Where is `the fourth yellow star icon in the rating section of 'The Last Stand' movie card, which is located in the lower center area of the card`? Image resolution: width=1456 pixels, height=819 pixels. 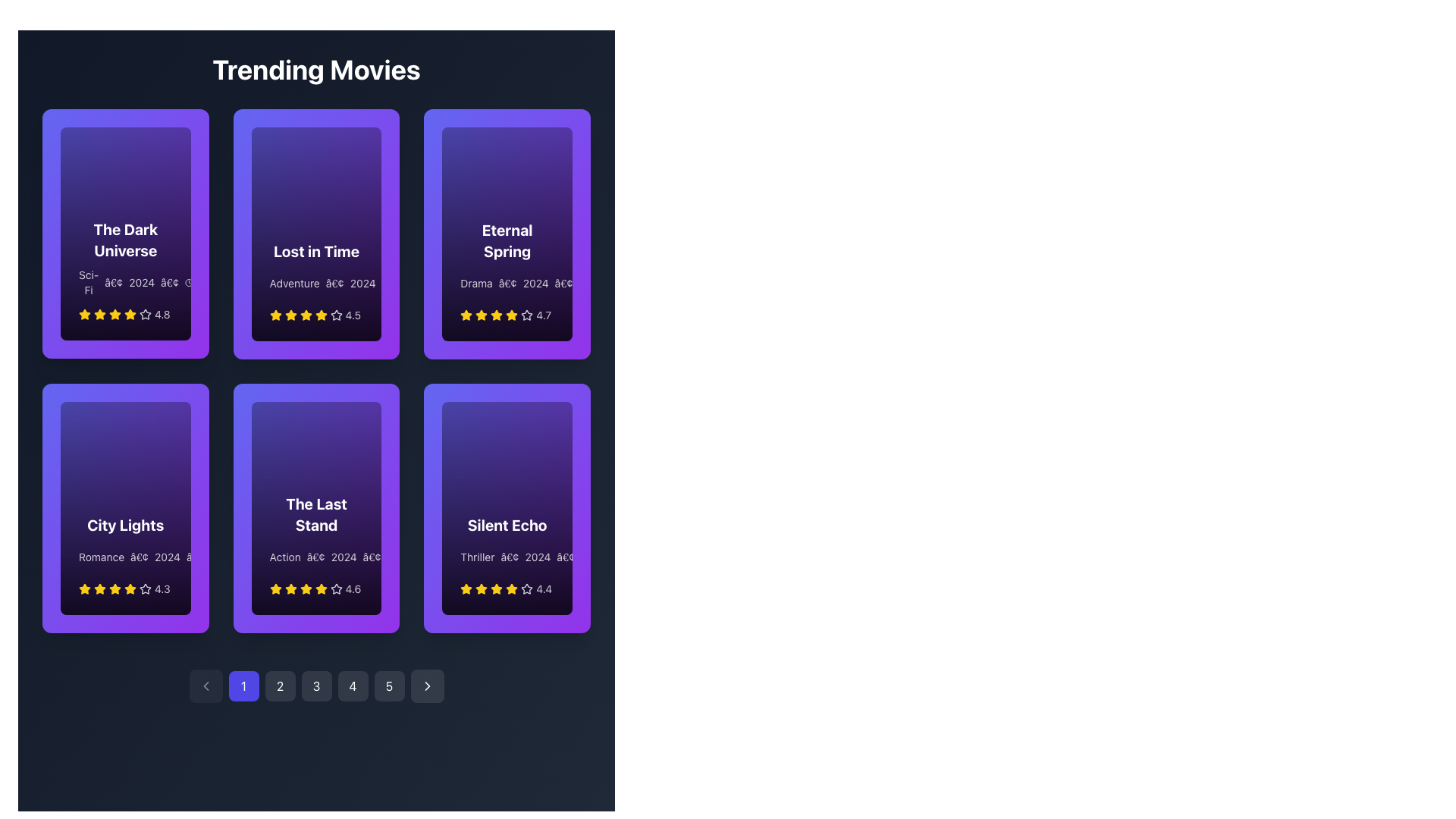 the fourth yellow star icon in the rating section of 'The Last Stand' movie card, which is located in the lower center area of the card is located at coordinates (320, 588).